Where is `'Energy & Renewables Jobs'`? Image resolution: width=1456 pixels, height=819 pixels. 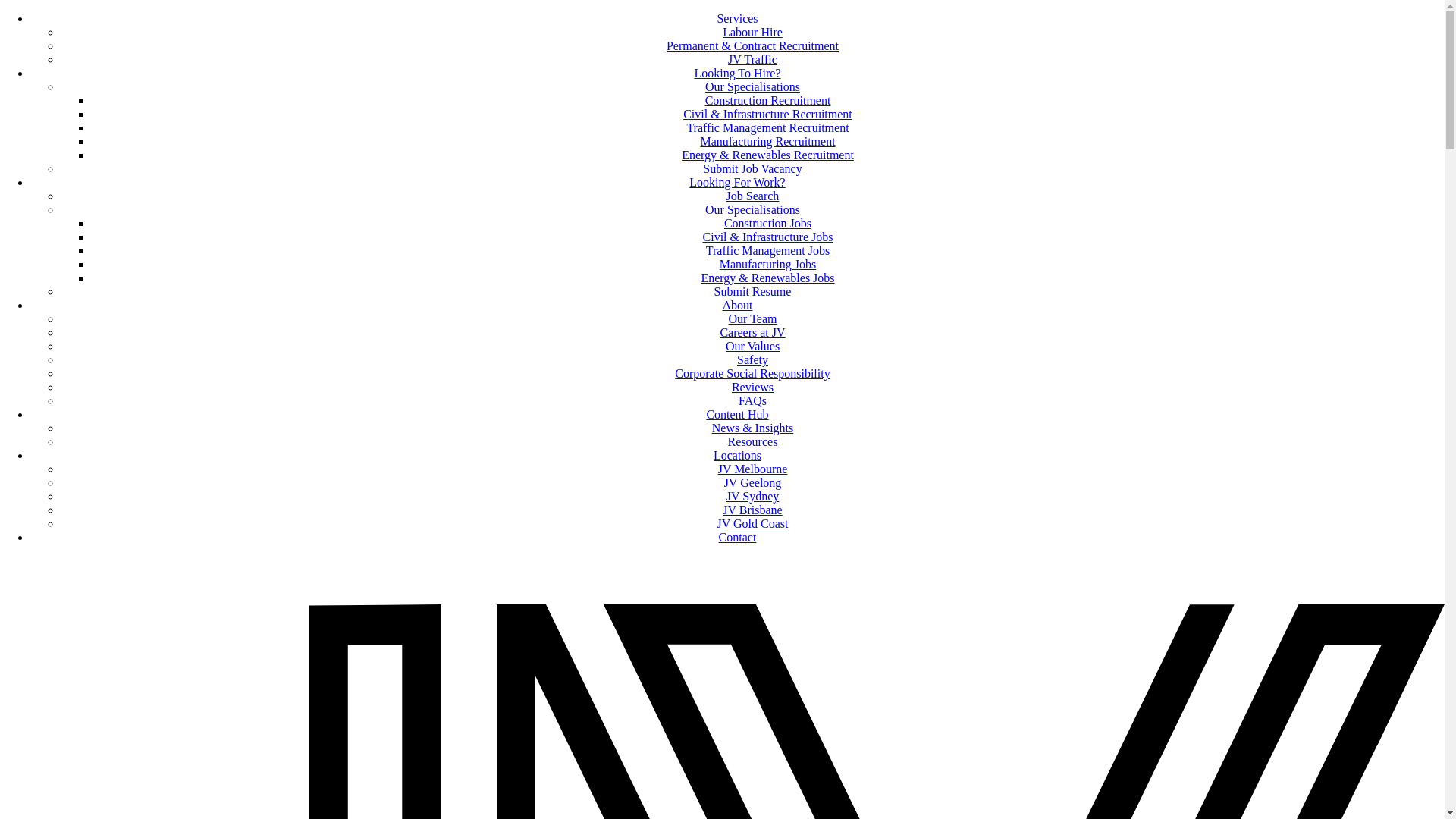 'Energy & Renewables Jobs' is located at coordinates (700, 278).